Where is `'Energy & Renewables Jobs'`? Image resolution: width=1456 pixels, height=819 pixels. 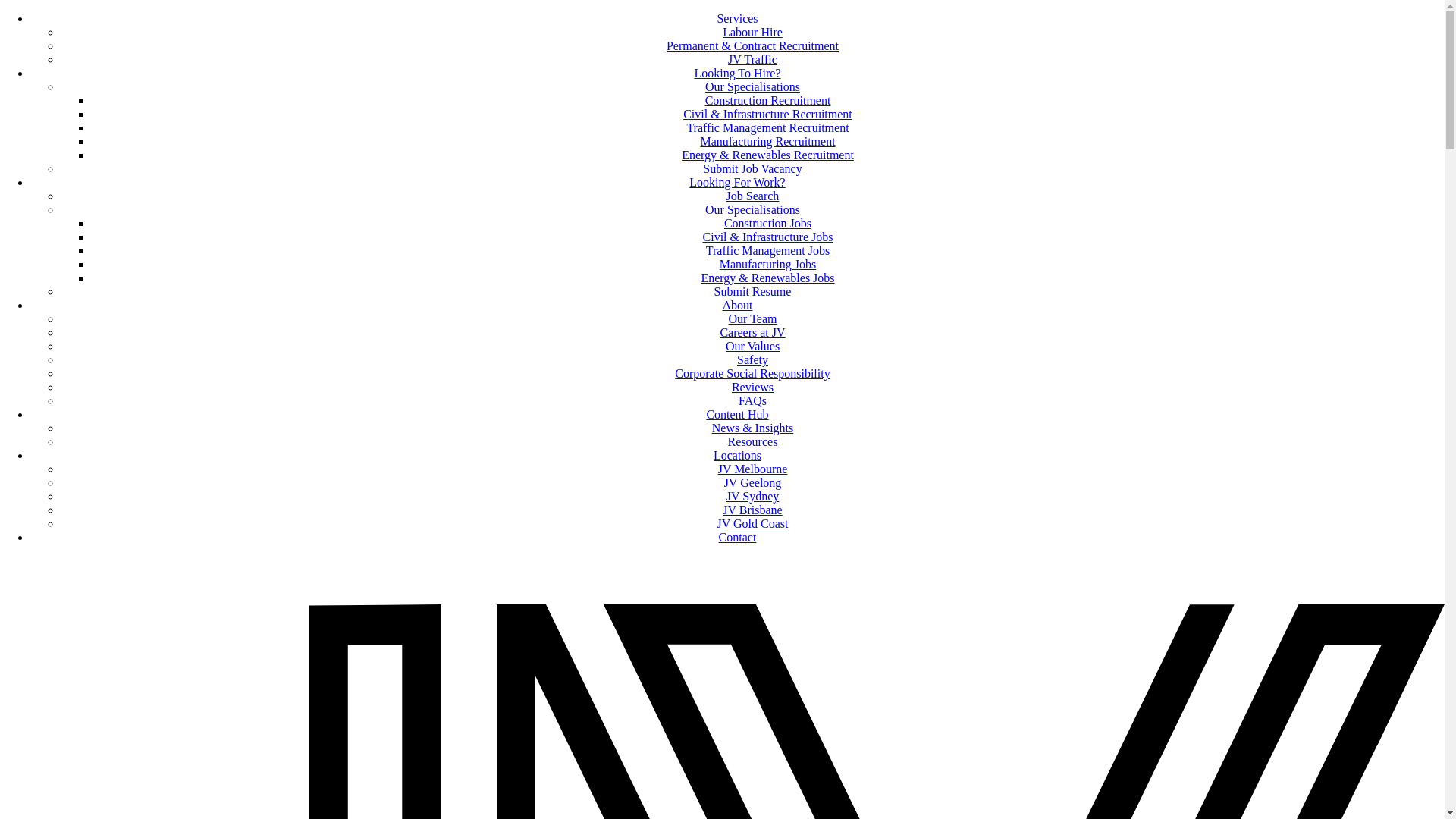 'Energy & Renewables Jobs' is located at coordinates (700, 278).